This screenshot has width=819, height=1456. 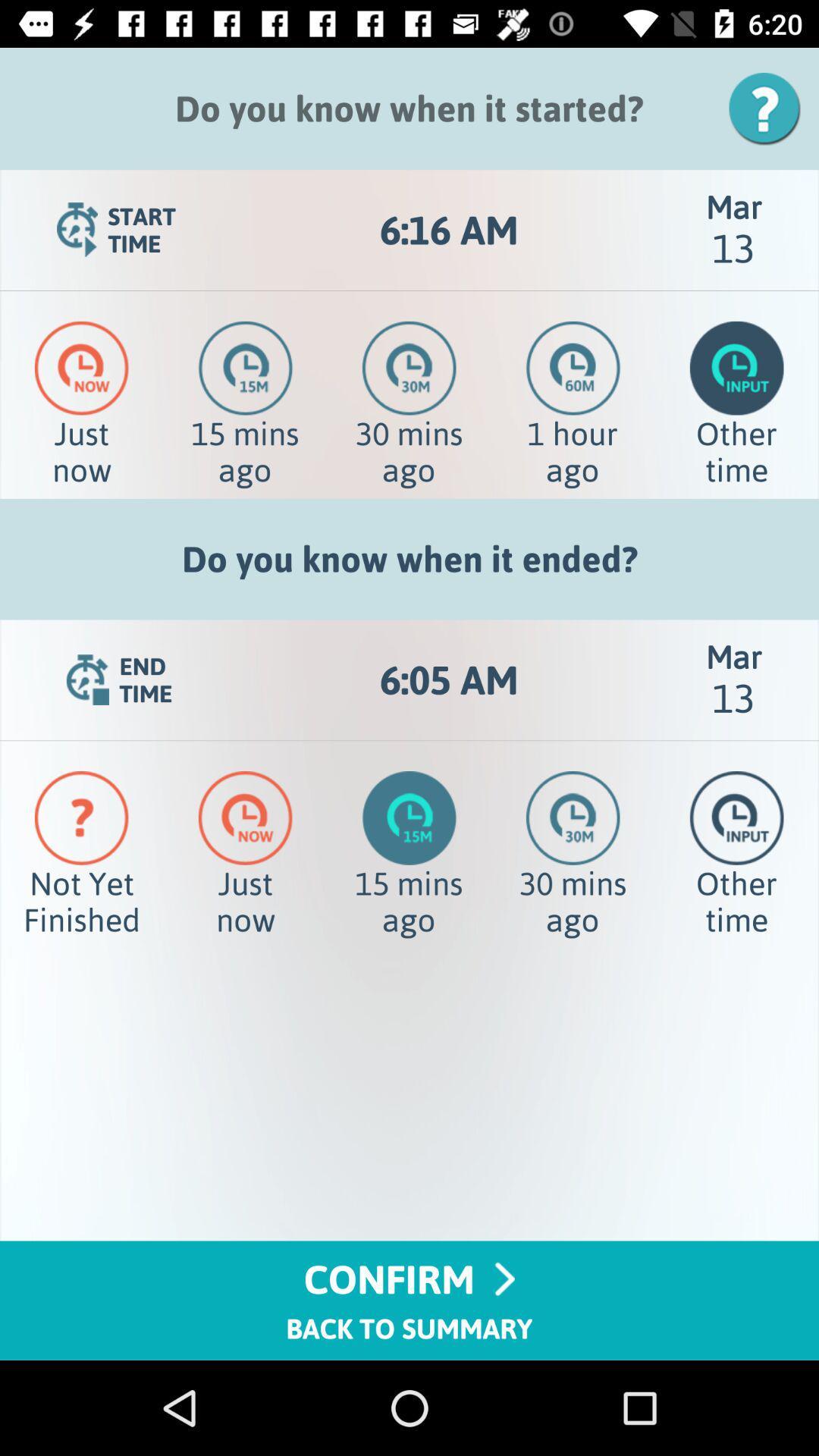 What do you see at coordinates (81, 817) in the screenshot?
I see `the help icon` at bounding box center [81, 817].